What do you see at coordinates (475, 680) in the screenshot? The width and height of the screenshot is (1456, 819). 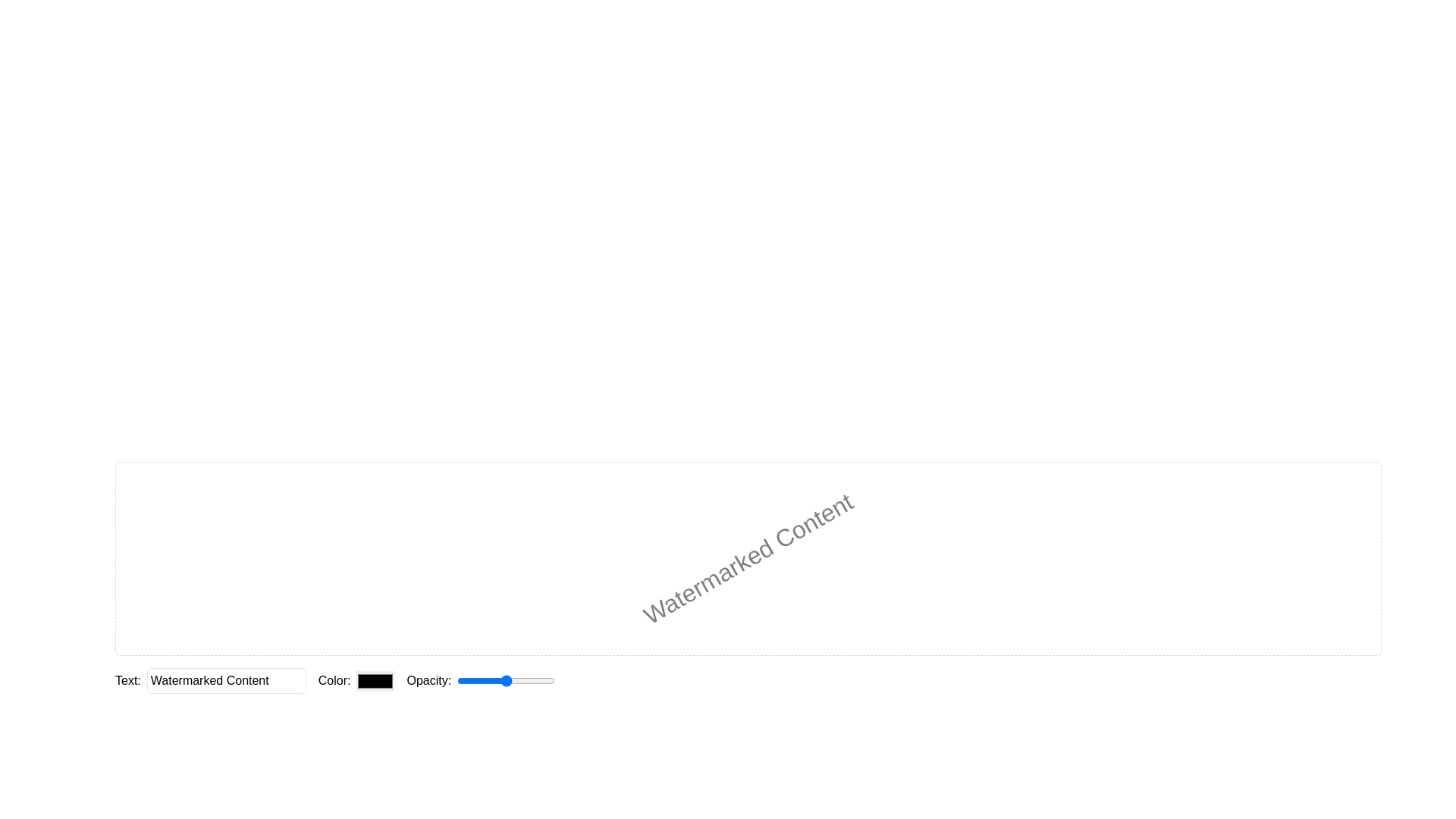 I see `opacity` at bounding box center [475, 680].